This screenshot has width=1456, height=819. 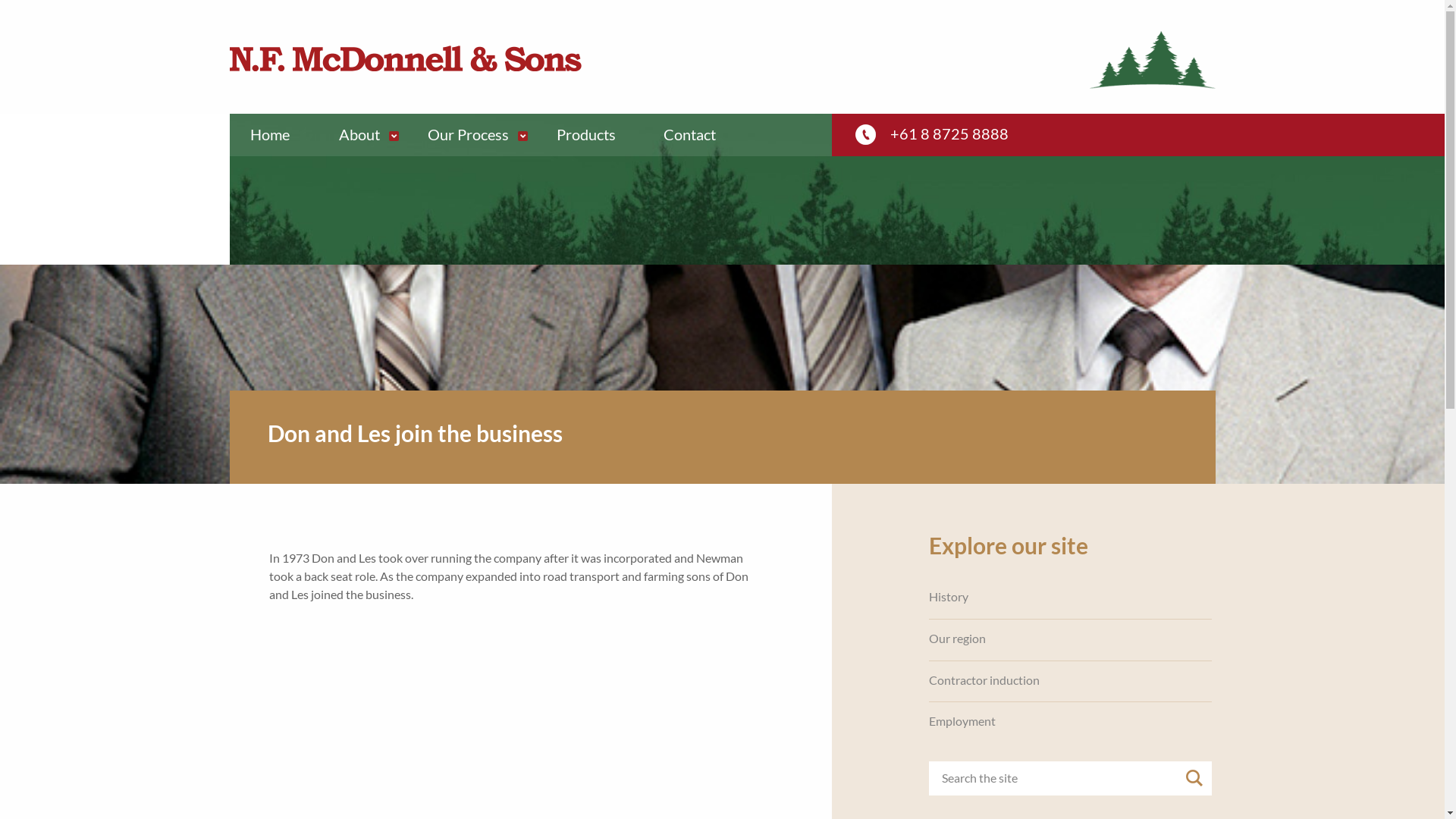 I want to click on 'N.F. McDonnell & Sons', so click(x=404, y=58).